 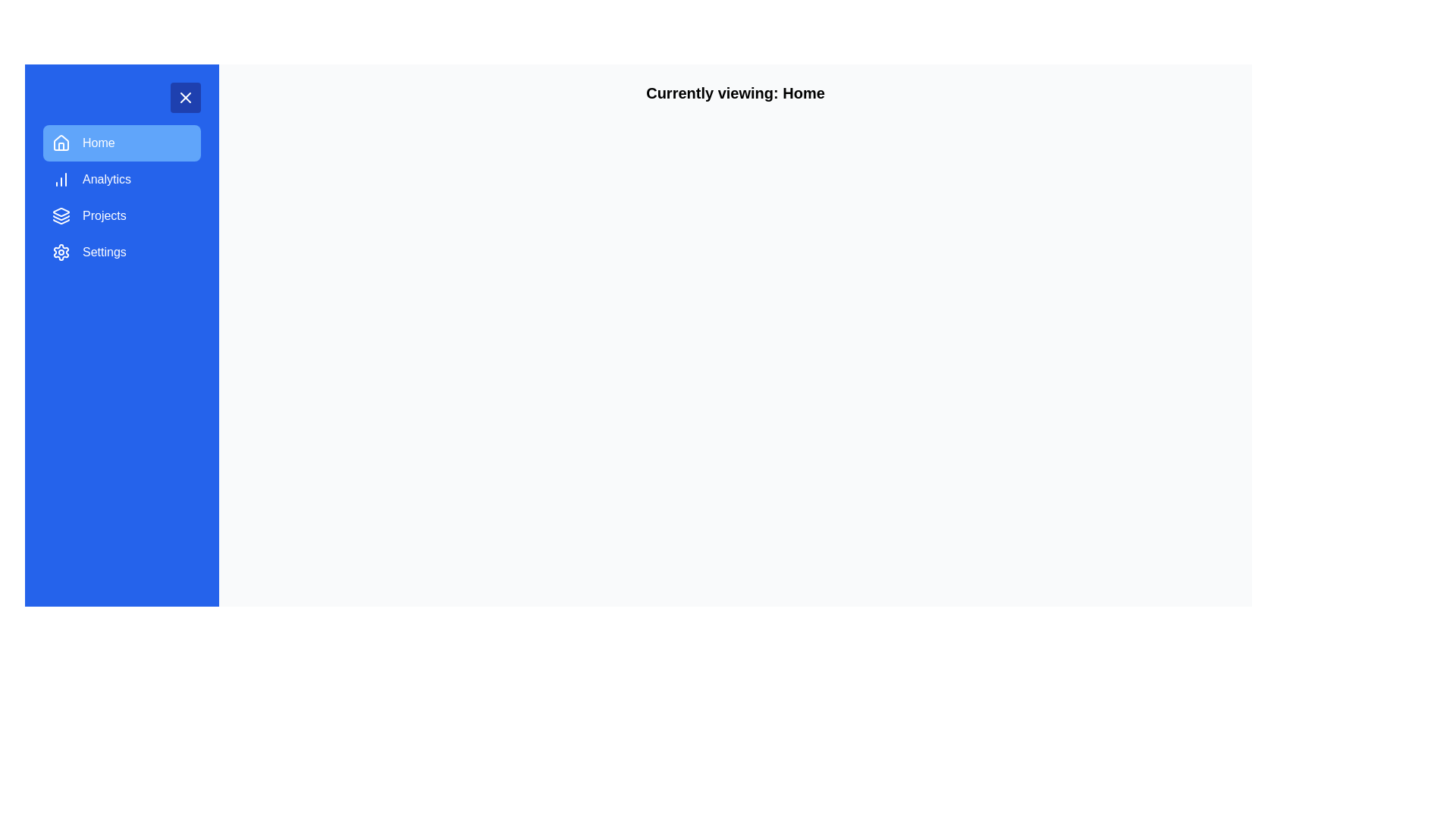 What do you see at coordinates (61, 212) in the screenshot?
I see `the 'Projects' icon in the application's navigation menu` at bounding box center [61, 212].